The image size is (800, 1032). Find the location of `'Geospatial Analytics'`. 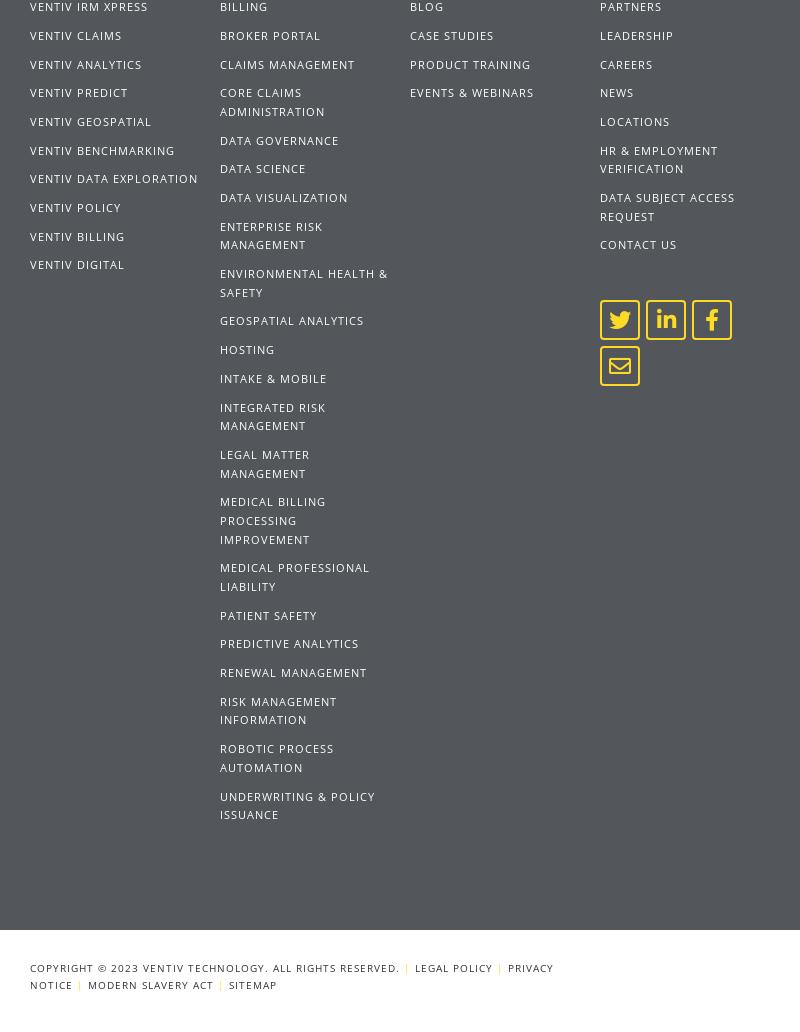

'Geospatial Analytics' is located at coordinates (292, 320).